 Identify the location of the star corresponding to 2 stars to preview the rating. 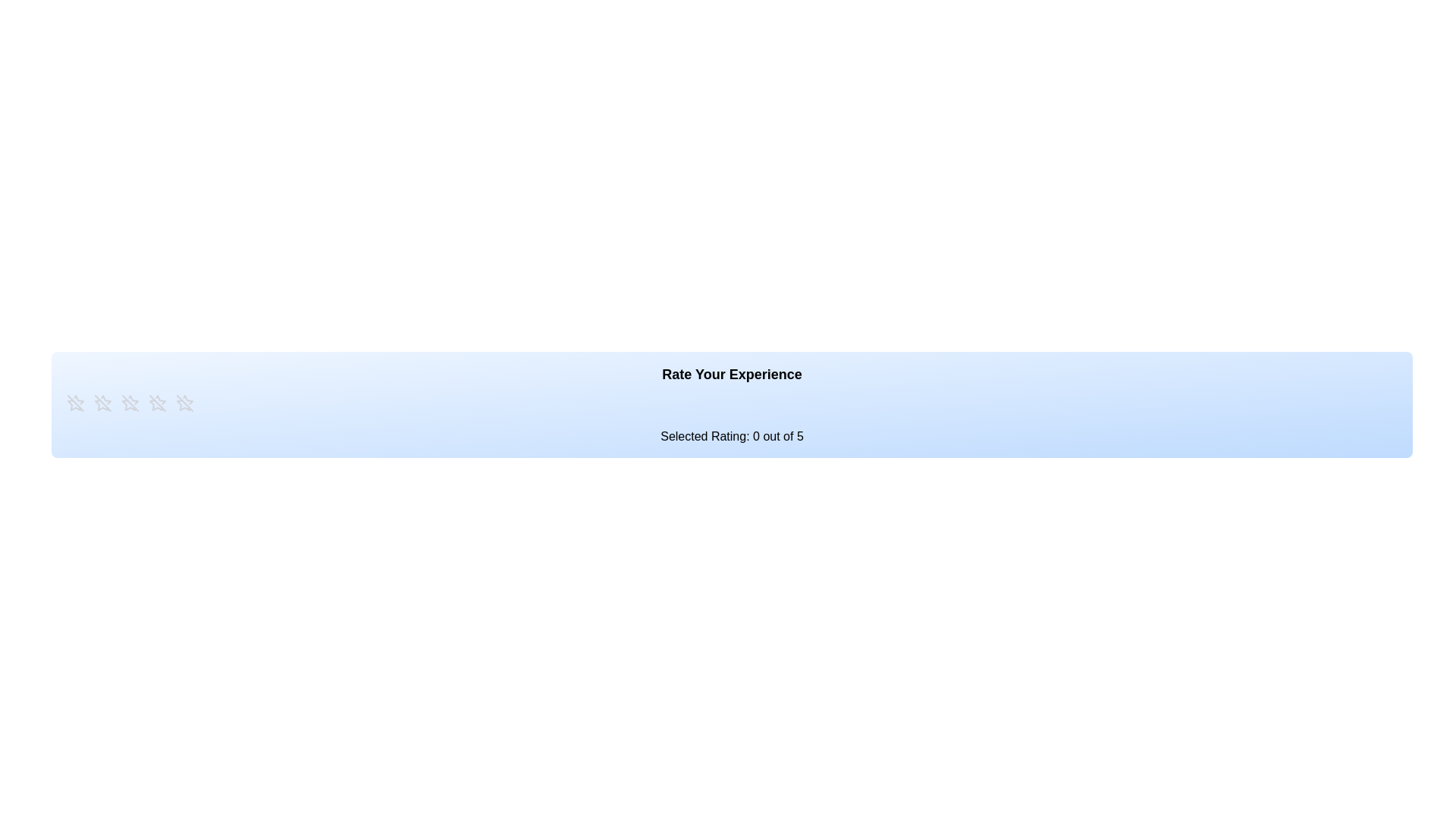
(102, 403).